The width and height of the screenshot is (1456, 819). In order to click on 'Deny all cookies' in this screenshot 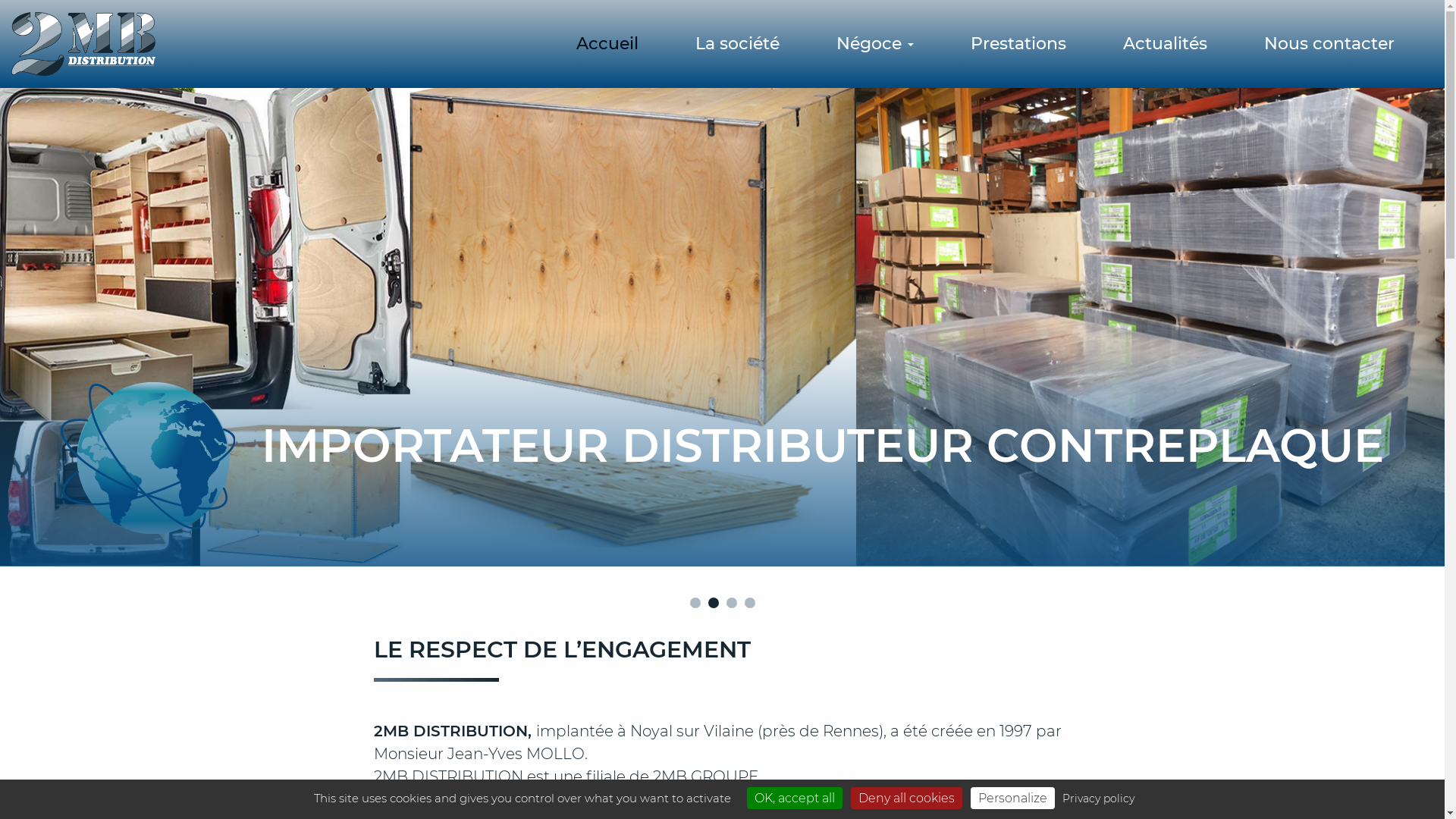, I will do `click(906, 797)`.